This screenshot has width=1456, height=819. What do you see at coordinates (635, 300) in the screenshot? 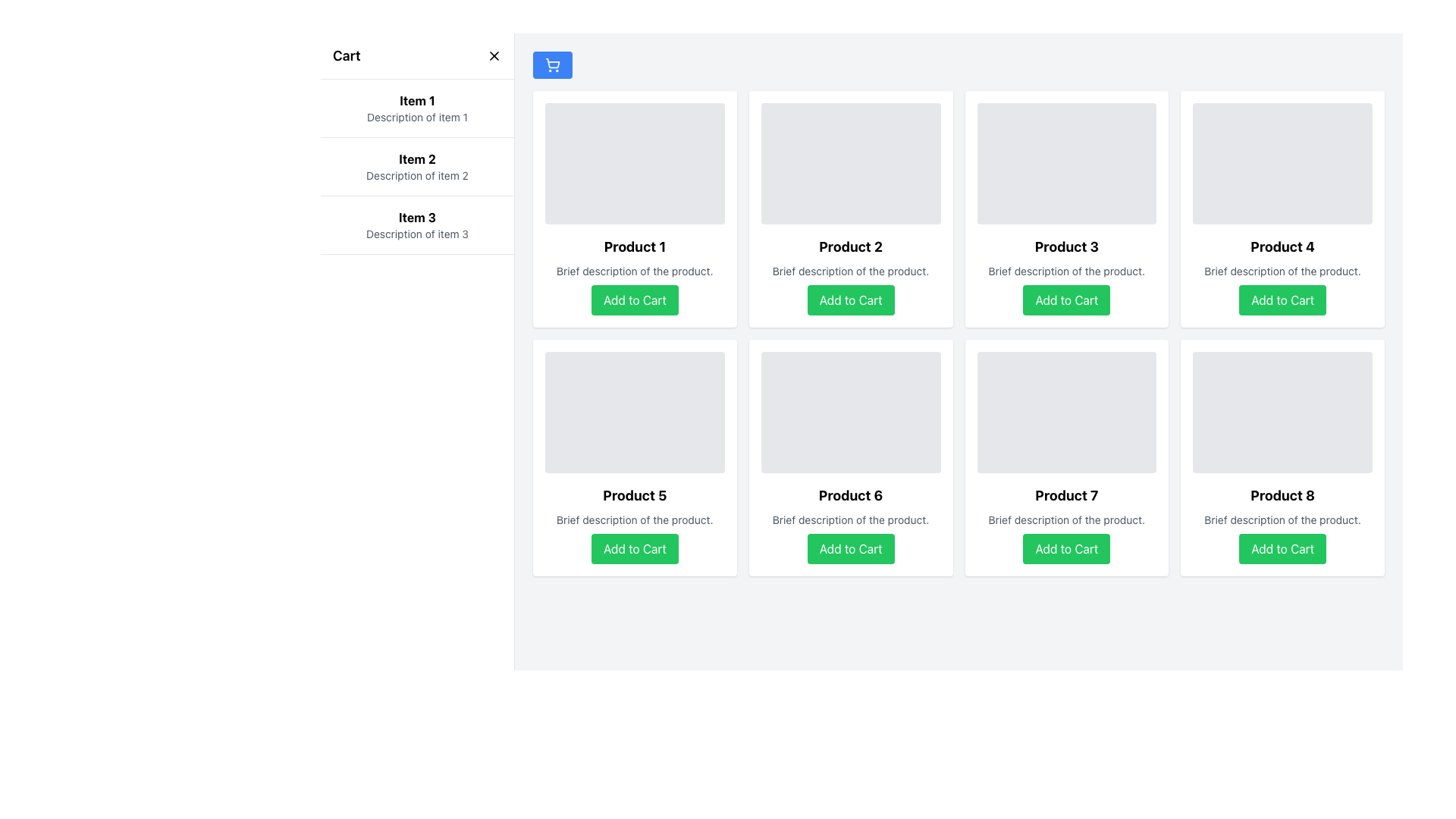
I see `the 'Add to Cart' button with a green background located at the bottom of the card for 'Product 1'` at bounding box center [635, 300].